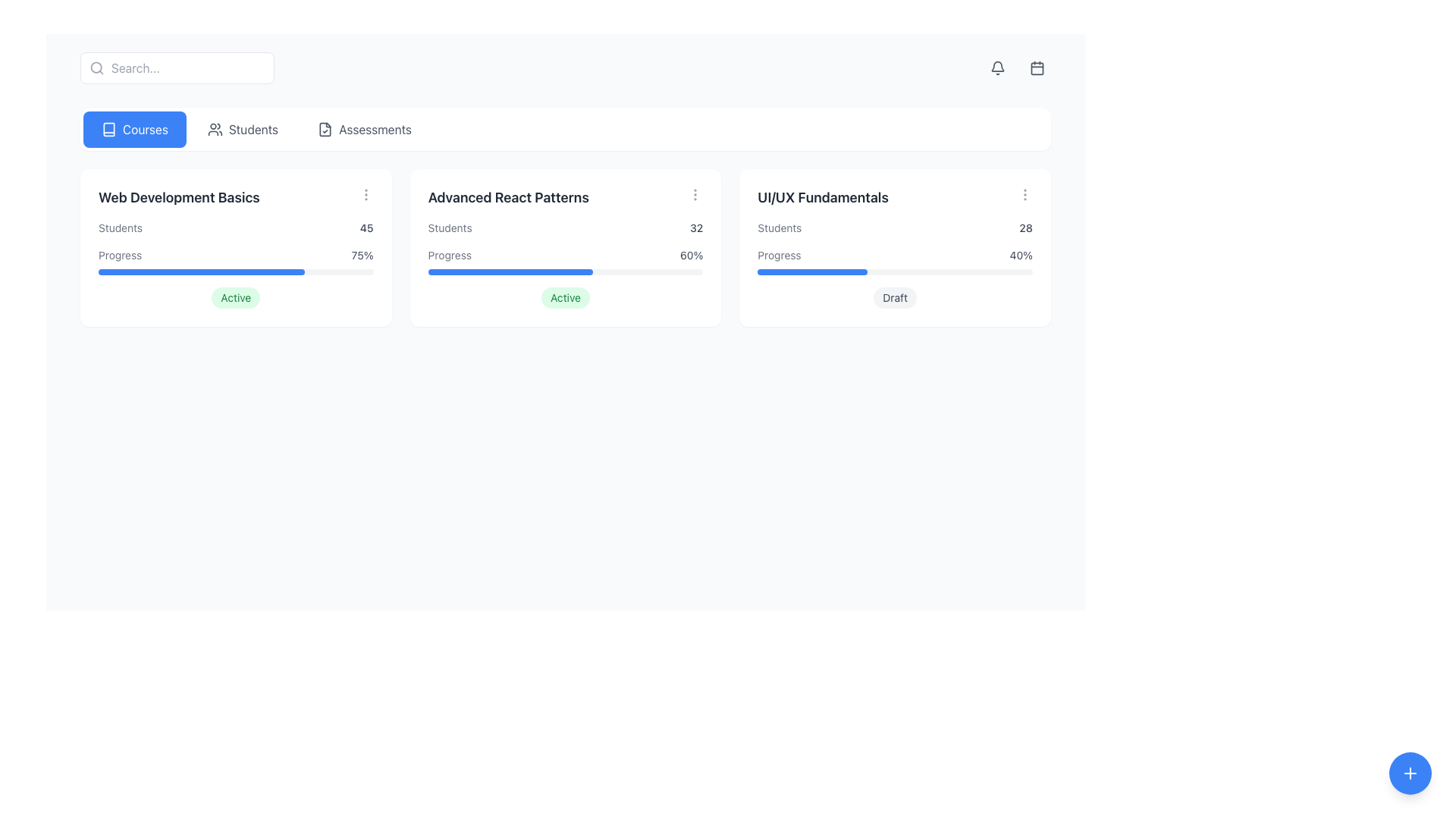  I want to click on the proportion visually indicated by the blue progress bar under the 'Progress' label in the 'Advanced React Patterns' card, so click(510, 271).